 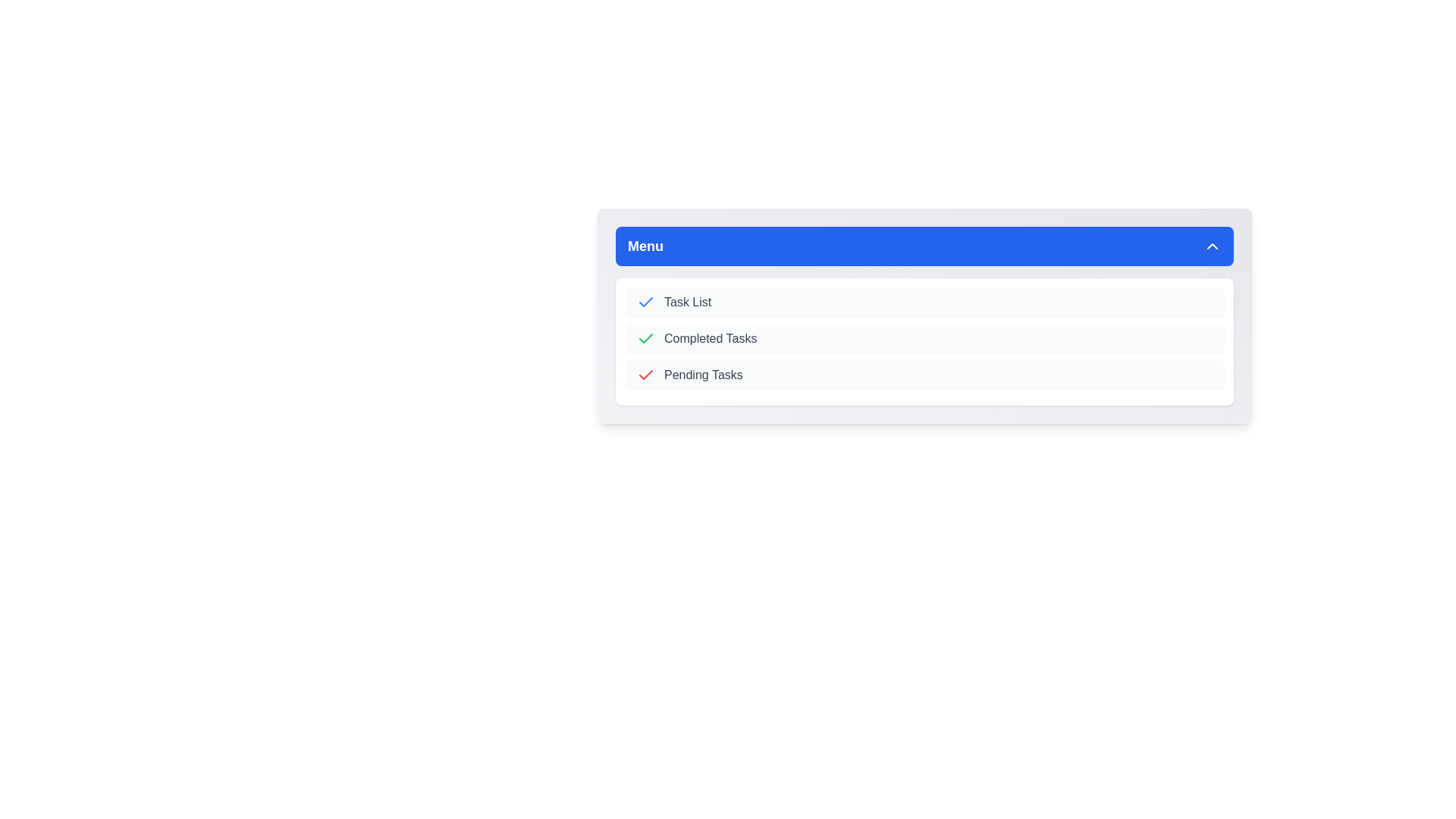 I want to click on styling or properties of the Check Icon located to the left of the 'Pending Tasks' text, which visually indicates the task's pending state, so click(x=645, y=375).